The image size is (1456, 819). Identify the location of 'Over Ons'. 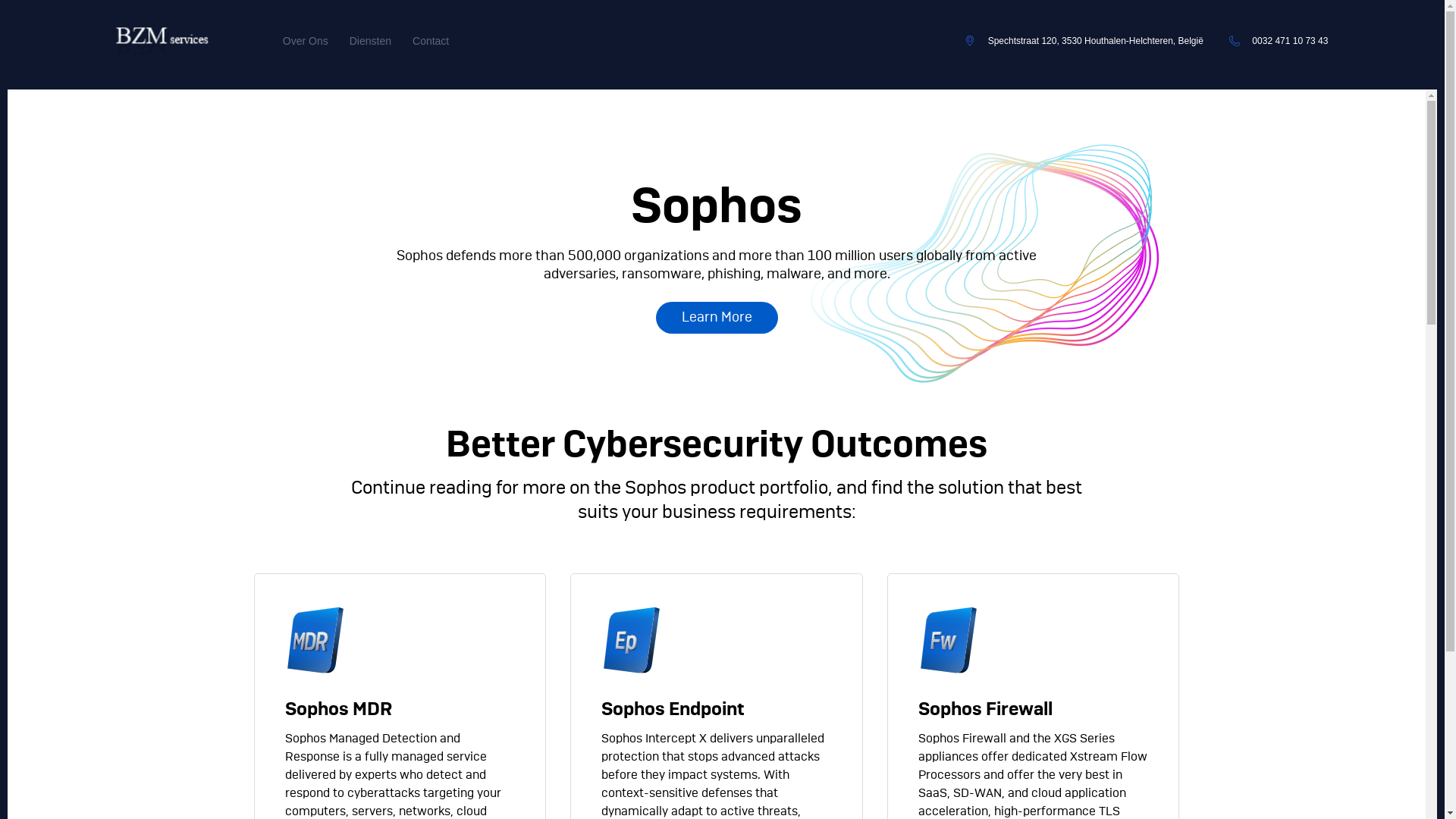
(305, 40).